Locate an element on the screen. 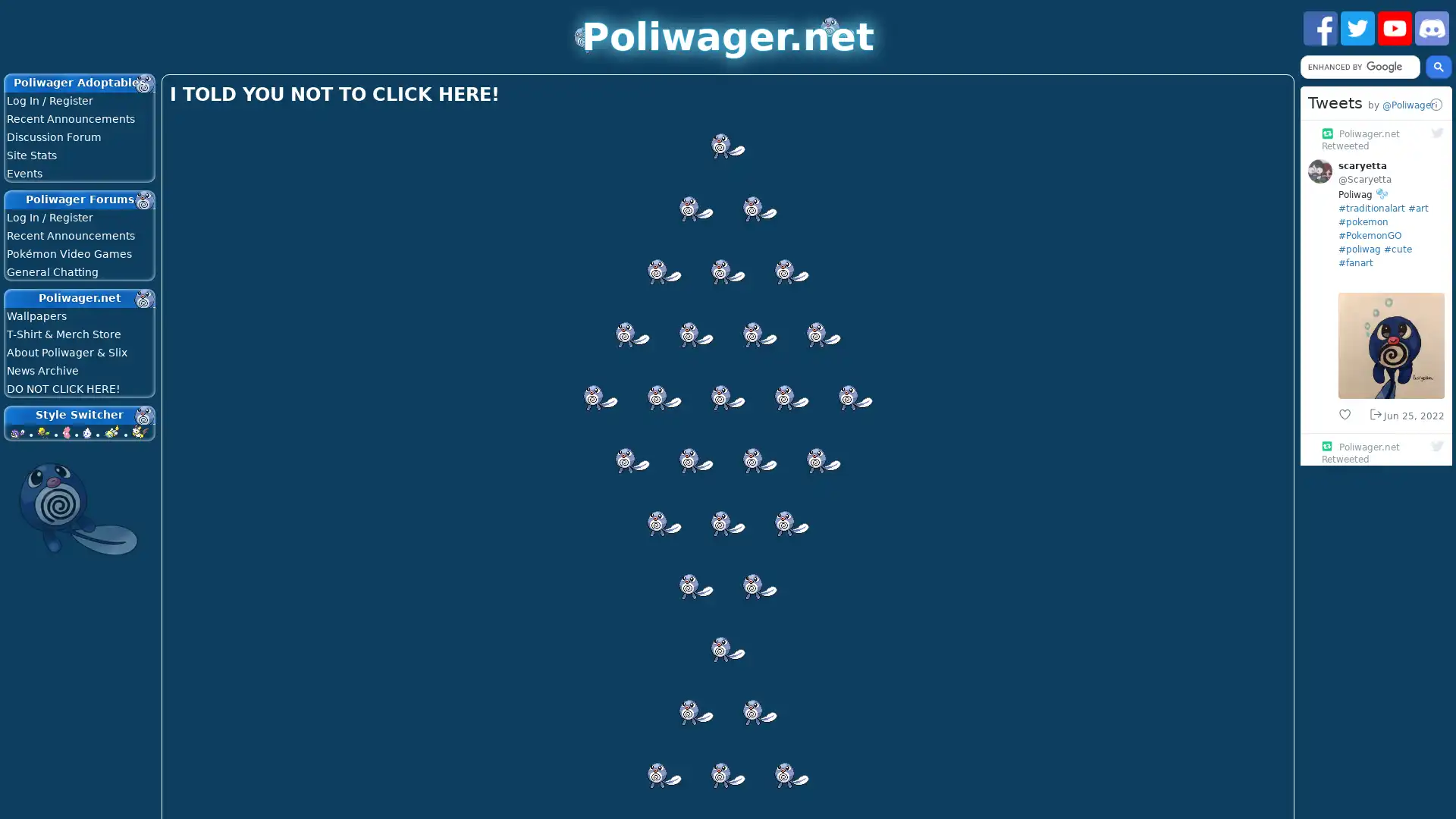 Image resolution: width=1456 pixels, height=819 pixels. search is located at coordinates (1438, 66).